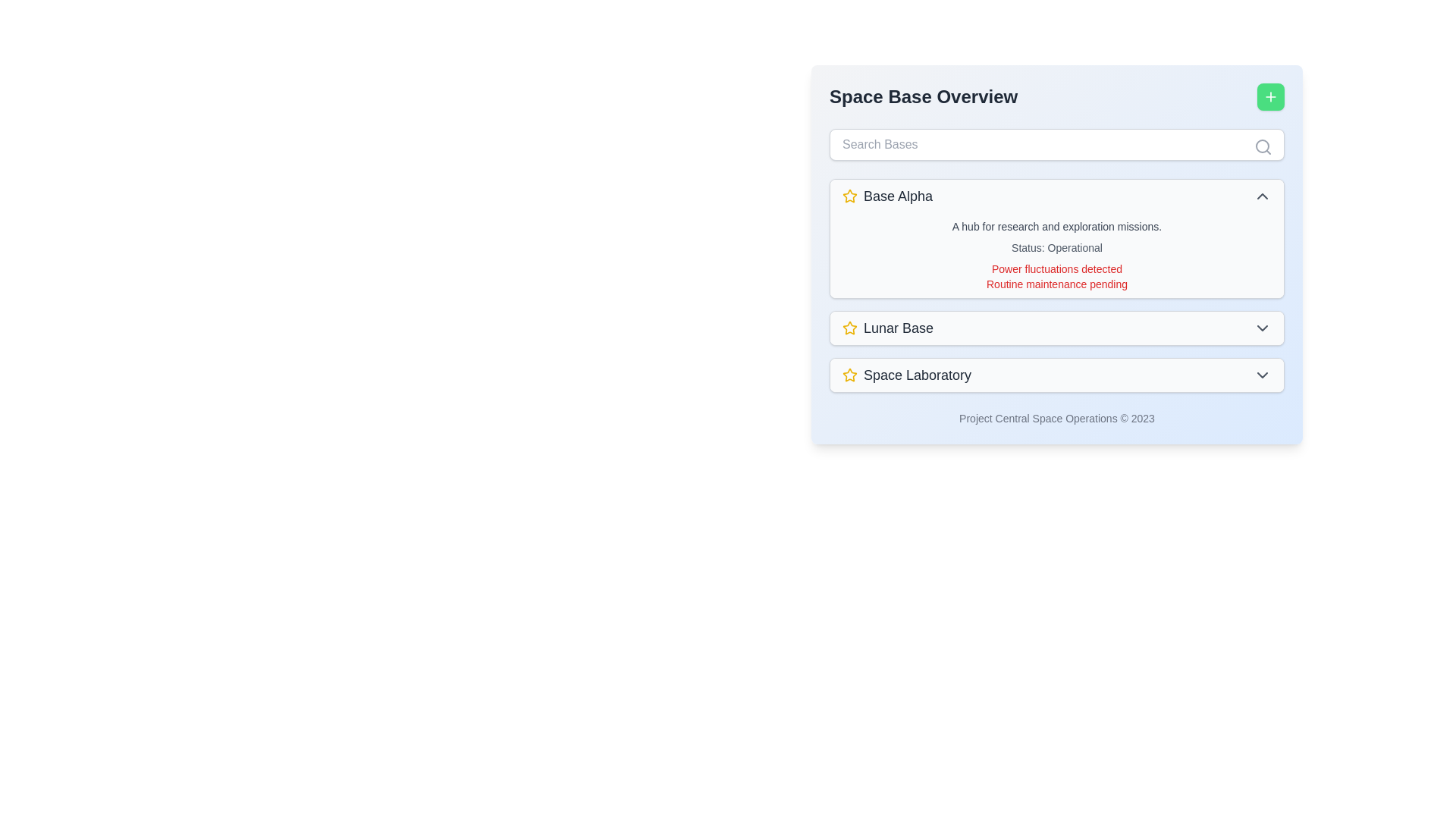 The width and height of the screenshot is (1456, 819). What do you see at coordinates (1056, 268) in the screenshot?
I see `the static text label displaying 'Power fluctuations detected.' which is located beneath the 'Status: Operational' label and above 'Routine maintenance pending.'` at bounding box center [1056, 268].